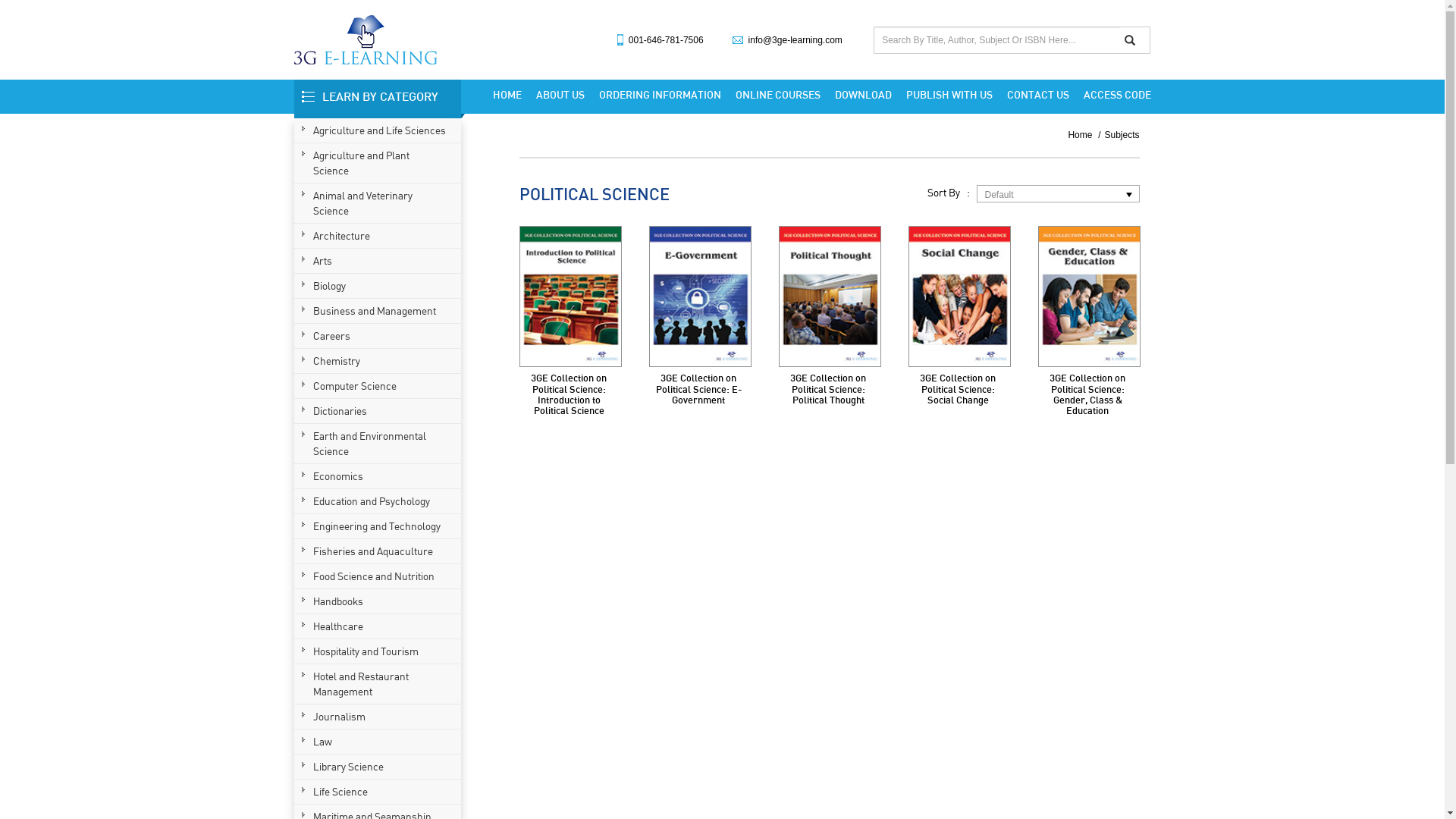  I want to click on 'Agriculture and Life Sciences', so click(378, 130).